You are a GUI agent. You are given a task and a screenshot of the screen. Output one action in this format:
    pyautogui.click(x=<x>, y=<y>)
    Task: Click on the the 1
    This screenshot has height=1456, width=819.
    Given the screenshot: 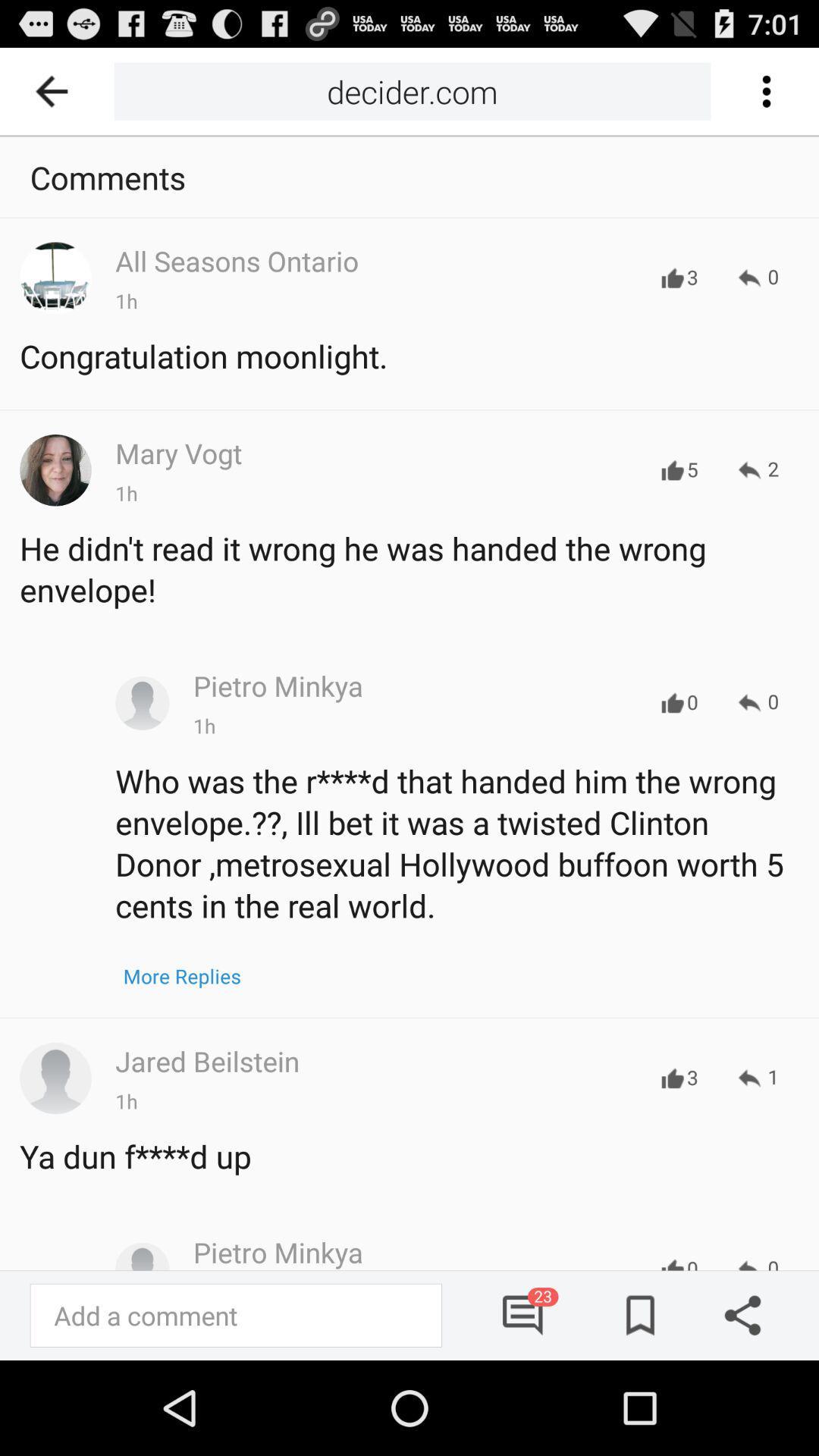 What is the action you would take?
    pyautogui.click(x=758, y=1077)
    